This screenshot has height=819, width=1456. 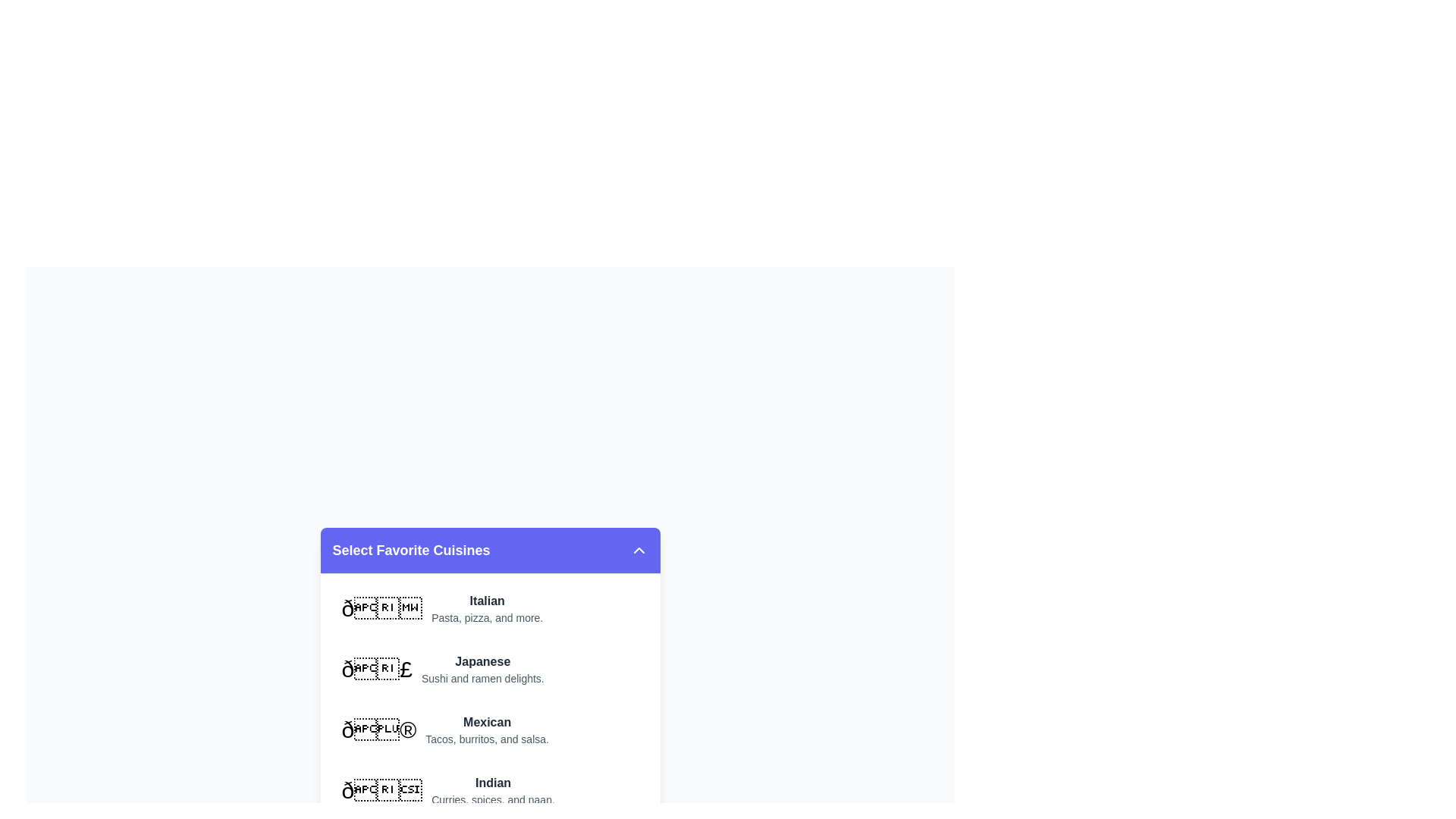 What do you see at coordinates (381, 607) in the screenshot?
I see `the emoji-like icon resembling a plate of food at the beginning of the 'Italian' cuisine section, which is positioned at the leftmost side of the section header` at bounding box center [381, 607].